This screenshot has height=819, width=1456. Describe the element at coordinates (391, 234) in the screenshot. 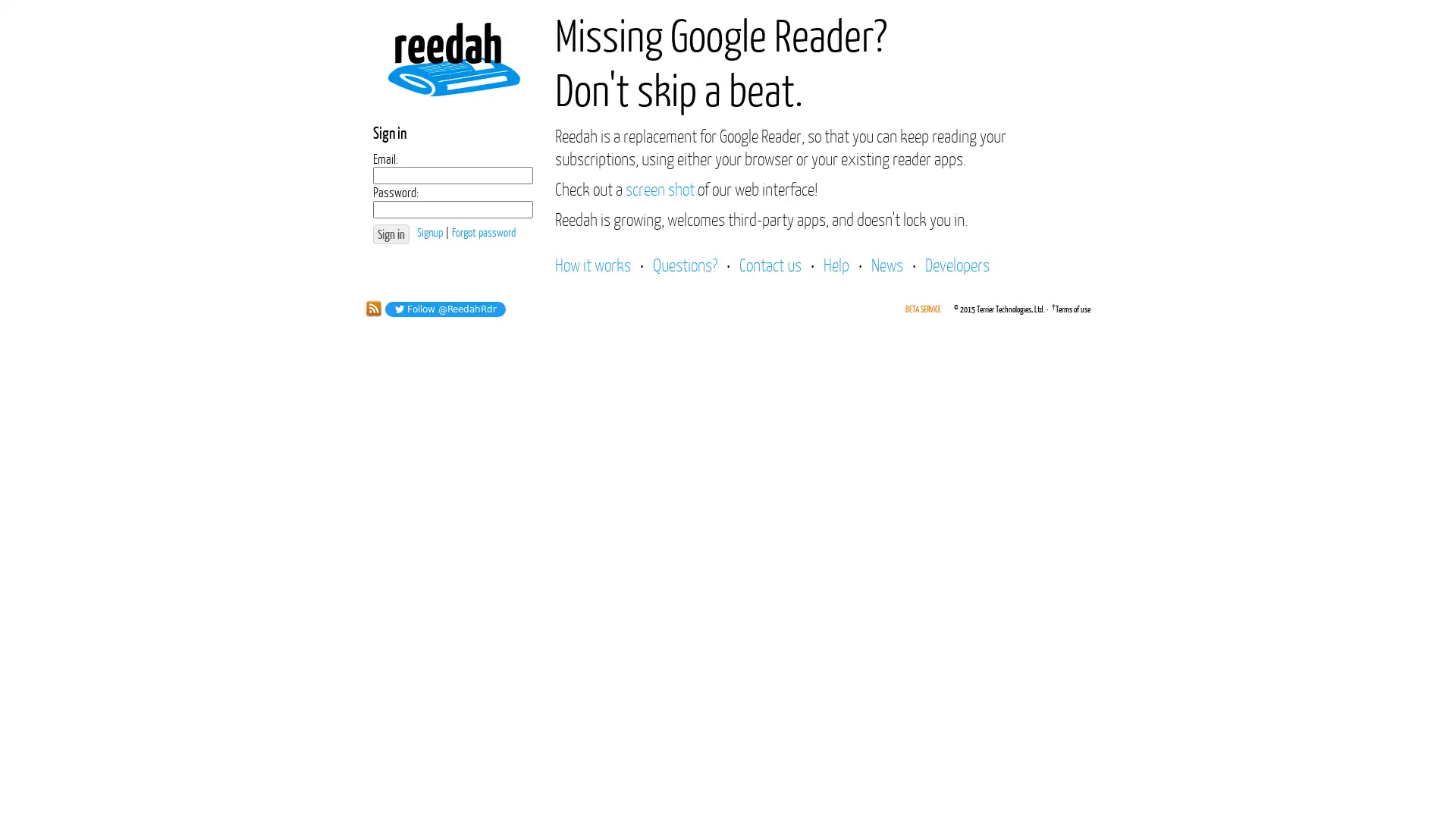

I see `Sign in` at that location.